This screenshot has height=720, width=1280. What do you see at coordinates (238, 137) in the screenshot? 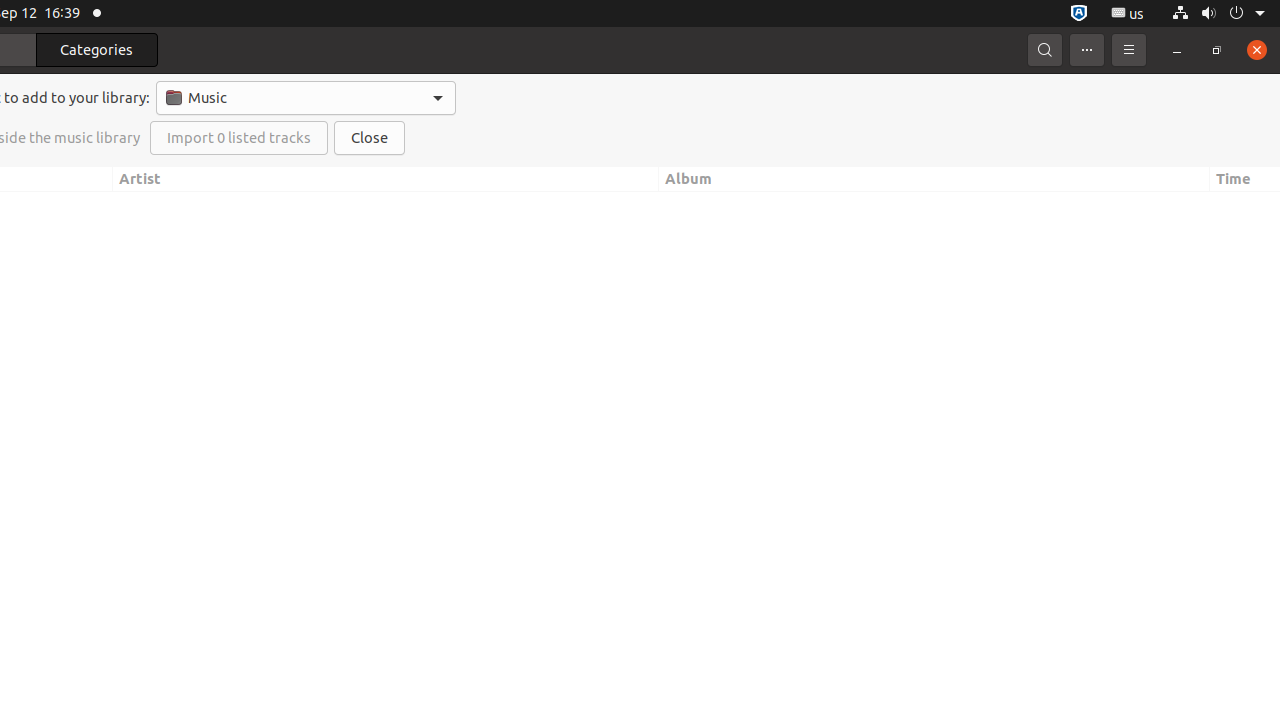
I see `'Import 0 listed tracks'` at bounding box center [238, 137].